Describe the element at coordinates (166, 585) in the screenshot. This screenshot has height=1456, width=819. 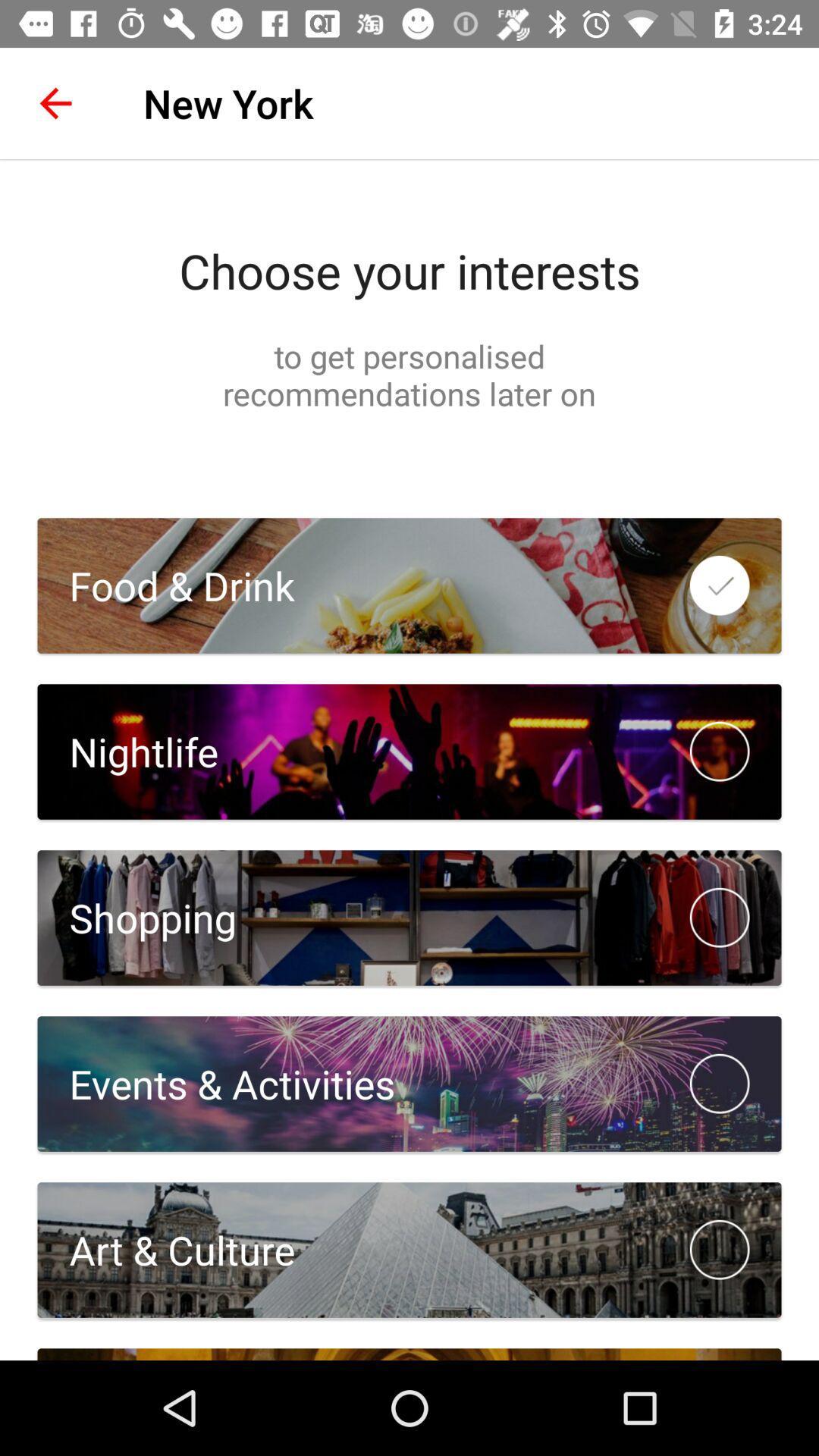
I see `the icon below the to get personalised` at that location.